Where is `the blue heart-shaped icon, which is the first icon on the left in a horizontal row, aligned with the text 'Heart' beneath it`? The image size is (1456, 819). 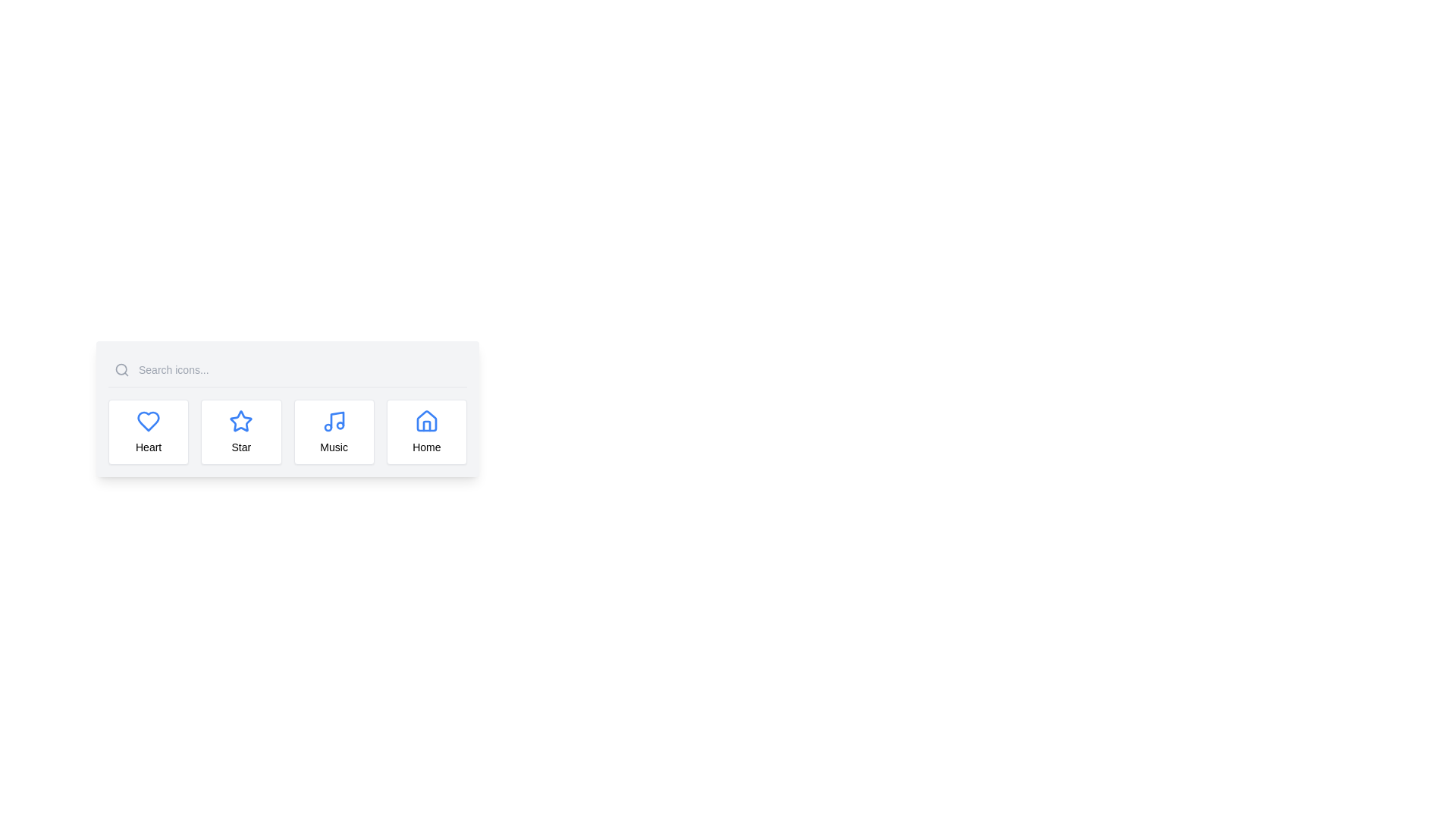 the blue heart-shaped icon, which is the first icon on the left in a horizontal row, aligned with the text 'Heart' beneath it is located at coordinates (149, 421).